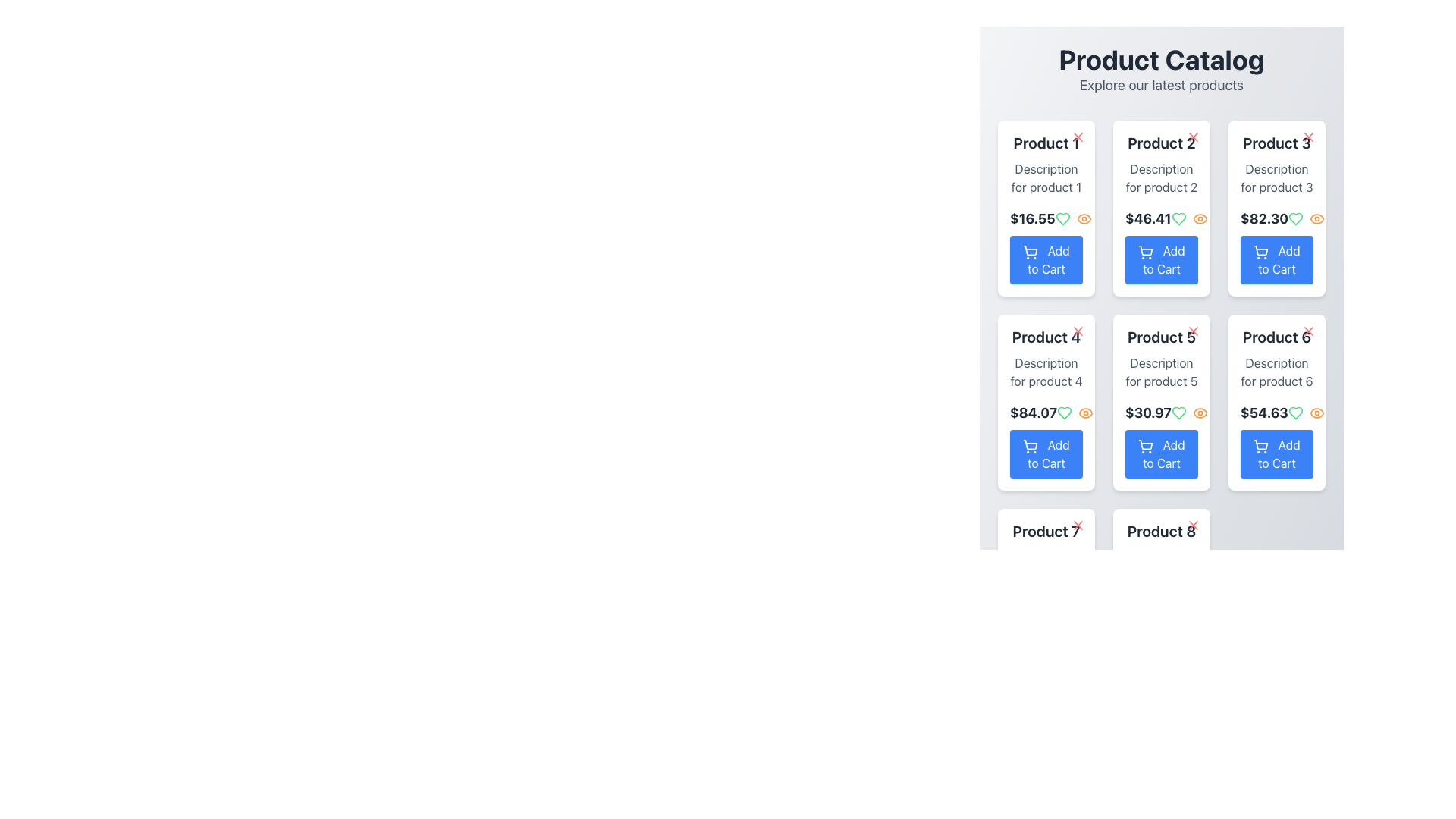 The image size is (1456, 819). What do you see at coordinates (1193, 137) in the screenshot?
I see `the close button icon located in the upper-right corner of the 'Product 2' card to observe hover effects` at bounding box center [1193, 137].